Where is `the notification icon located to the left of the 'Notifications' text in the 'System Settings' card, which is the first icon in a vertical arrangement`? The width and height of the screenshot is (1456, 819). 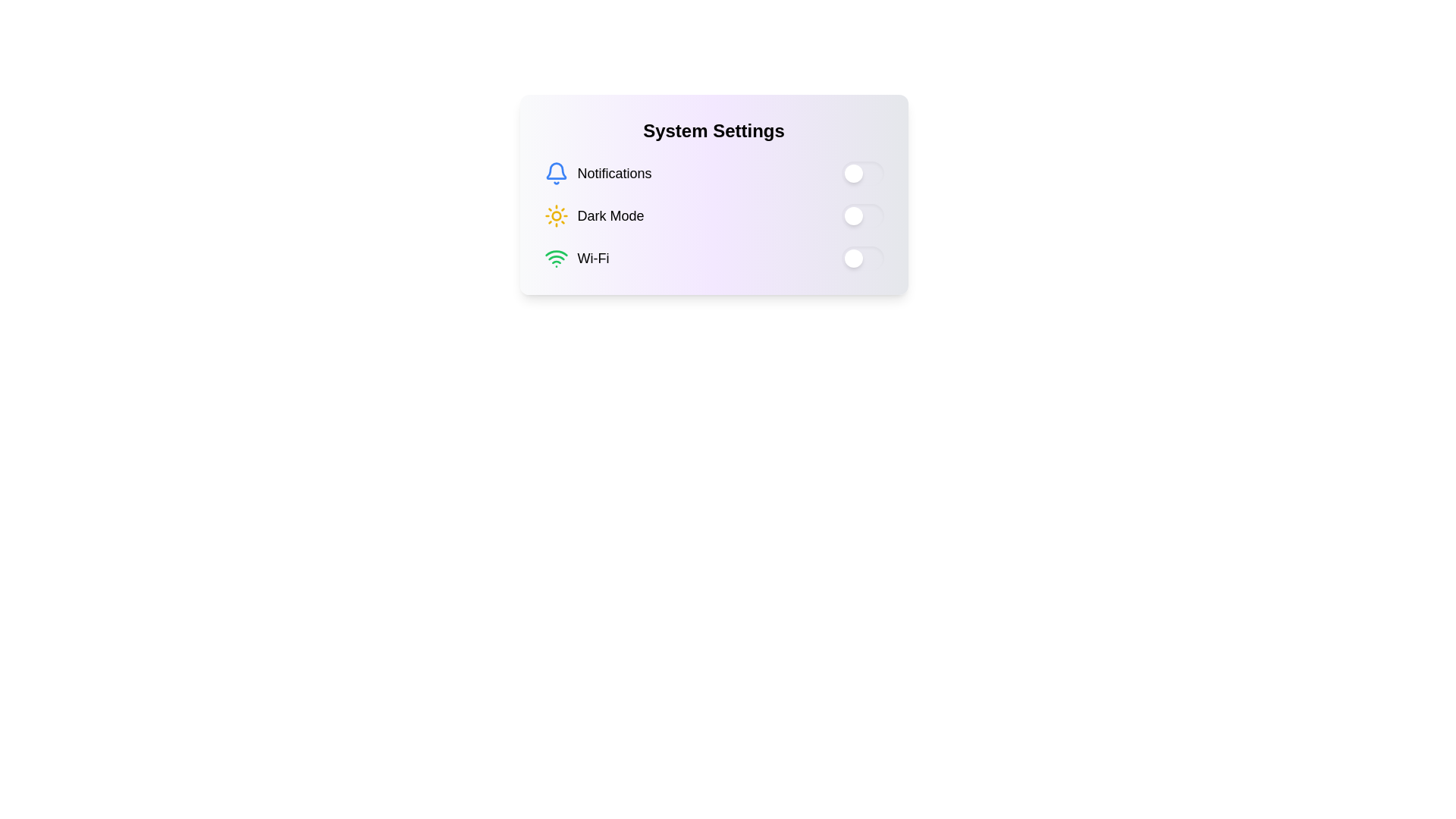 the notification icon located to the left of the 'Notifications' text in the 'System Settings' card, which is the first icon in a vertical arrangement is located at coordinates (555, 171).